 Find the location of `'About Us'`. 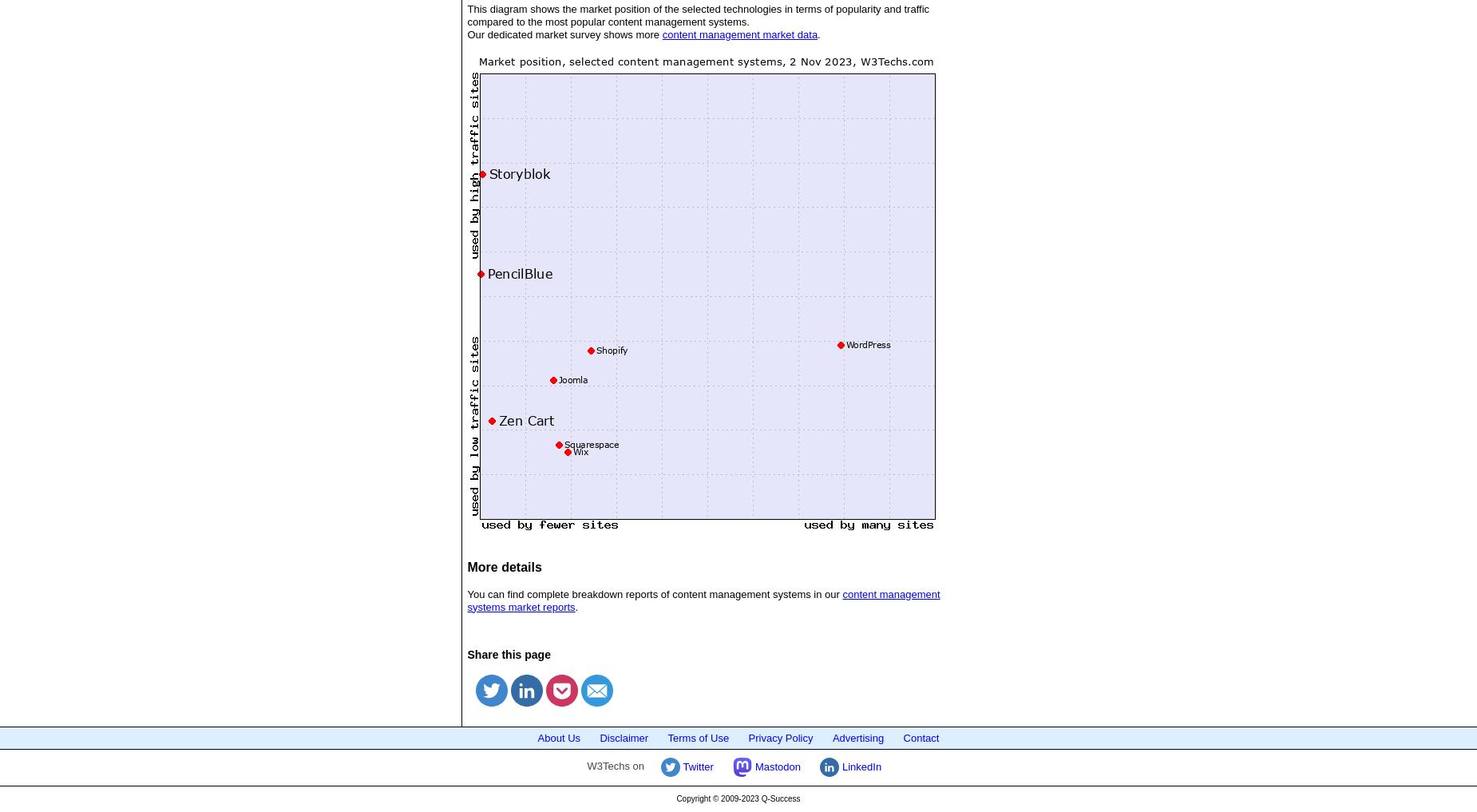

'About Us' is located at coordinates (559, 736).